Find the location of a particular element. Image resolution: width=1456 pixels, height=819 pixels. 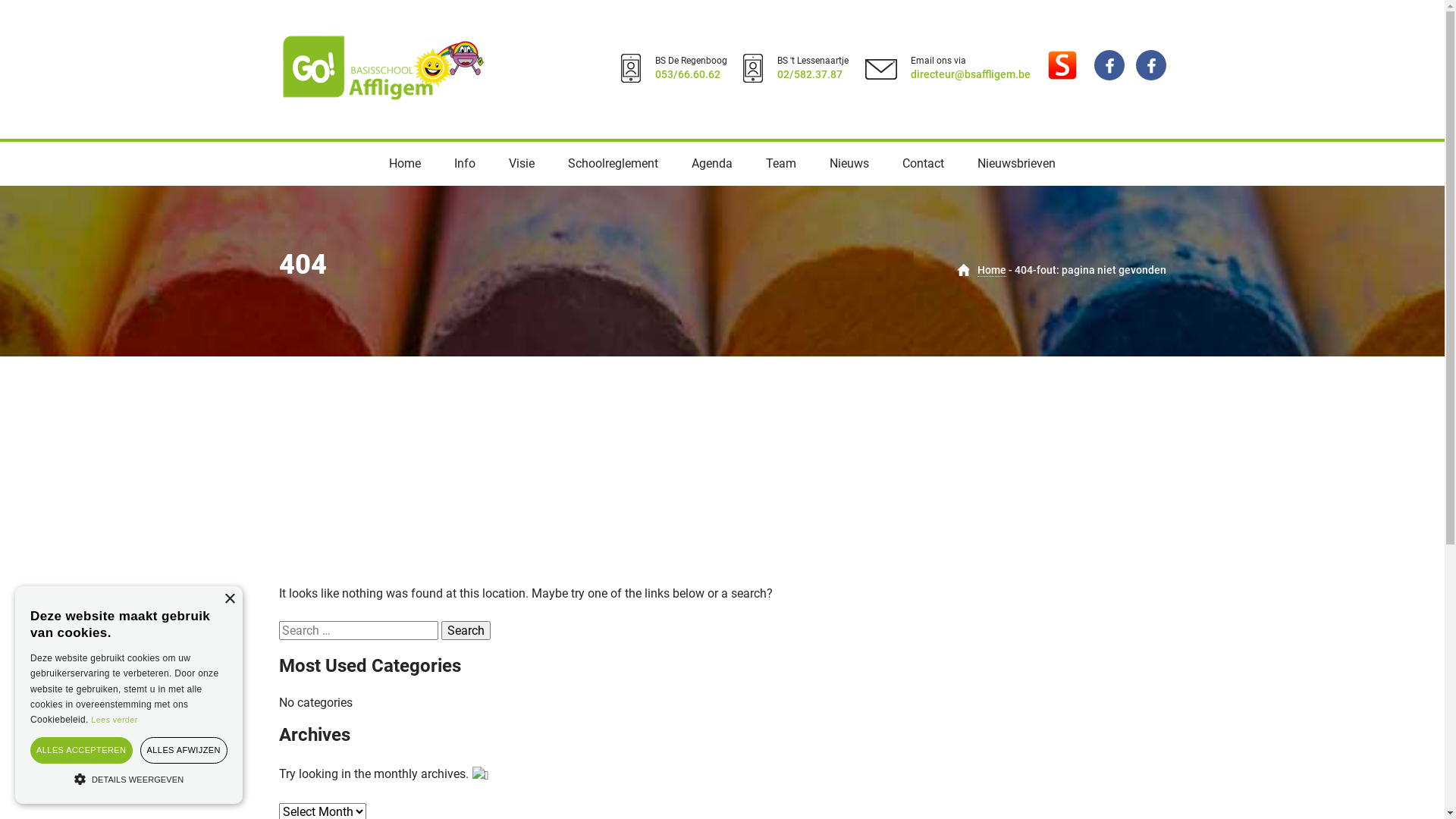

'Lees verder' is located at coordinates (90, 718).